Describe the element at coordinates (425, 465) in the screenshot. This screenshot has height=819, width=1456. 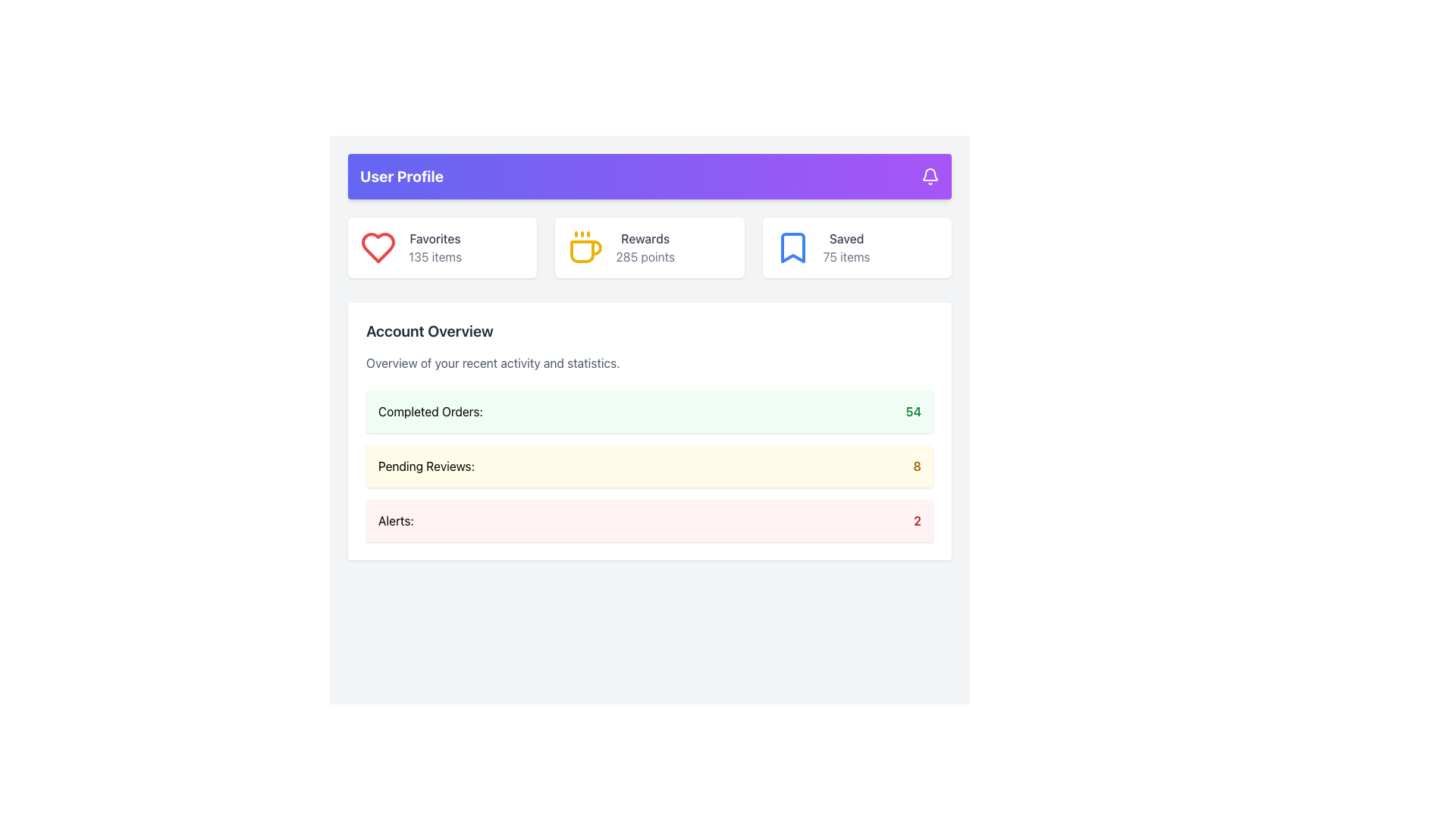
I see `the Text Label indicating the number of pending reviews in the Account Overview section, which is located to the left of the numeric value '8'` at that location.